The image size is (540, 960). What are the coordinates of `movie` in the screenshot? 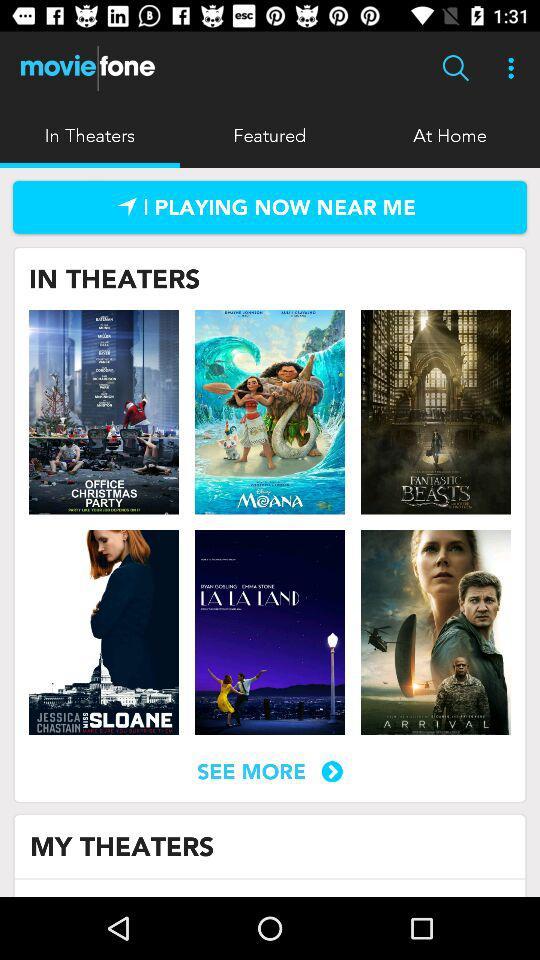 It's located at (434, 631).